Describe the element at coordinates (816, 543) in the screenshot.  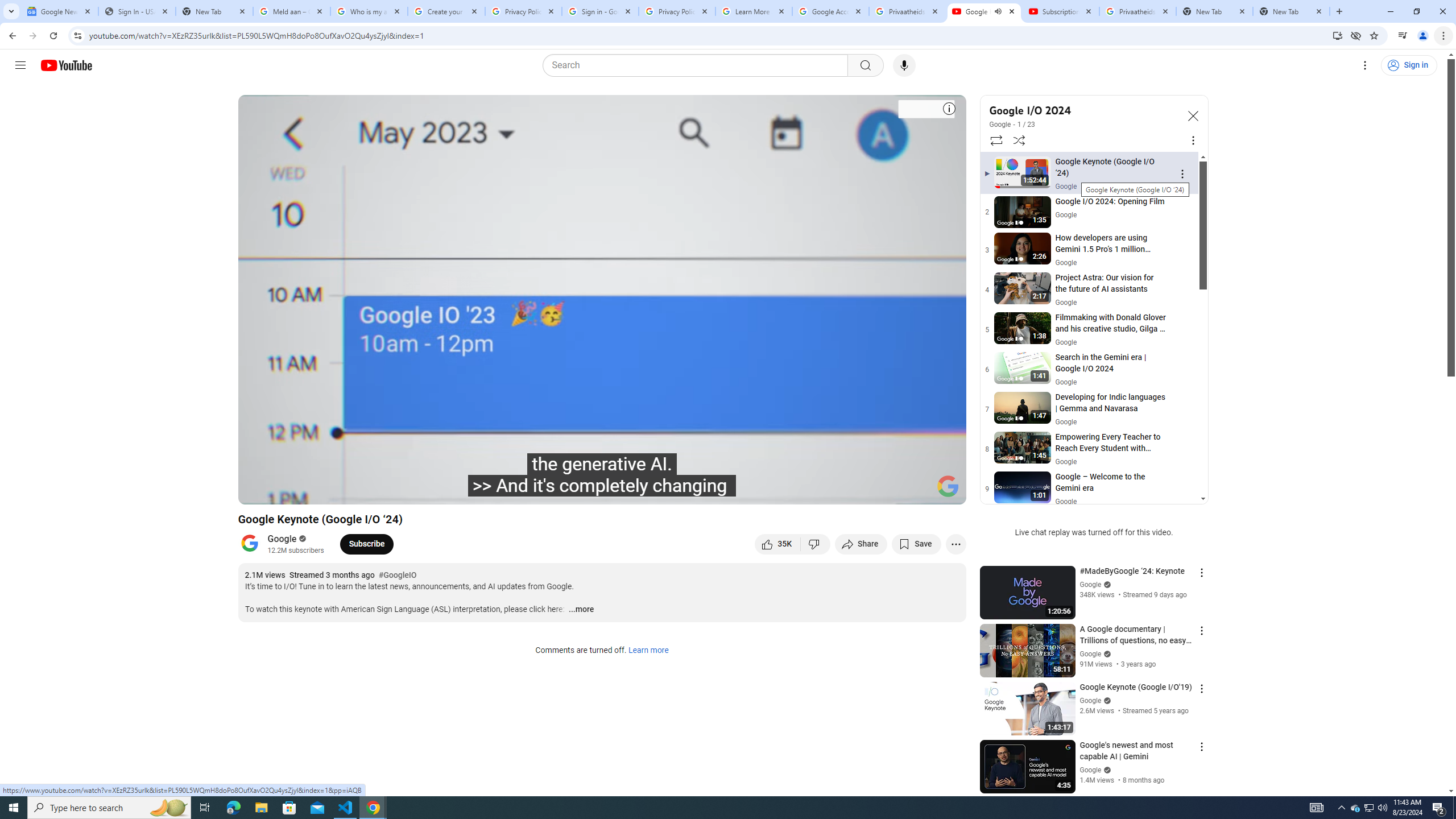
I see `'Dislike this video'` at that location.